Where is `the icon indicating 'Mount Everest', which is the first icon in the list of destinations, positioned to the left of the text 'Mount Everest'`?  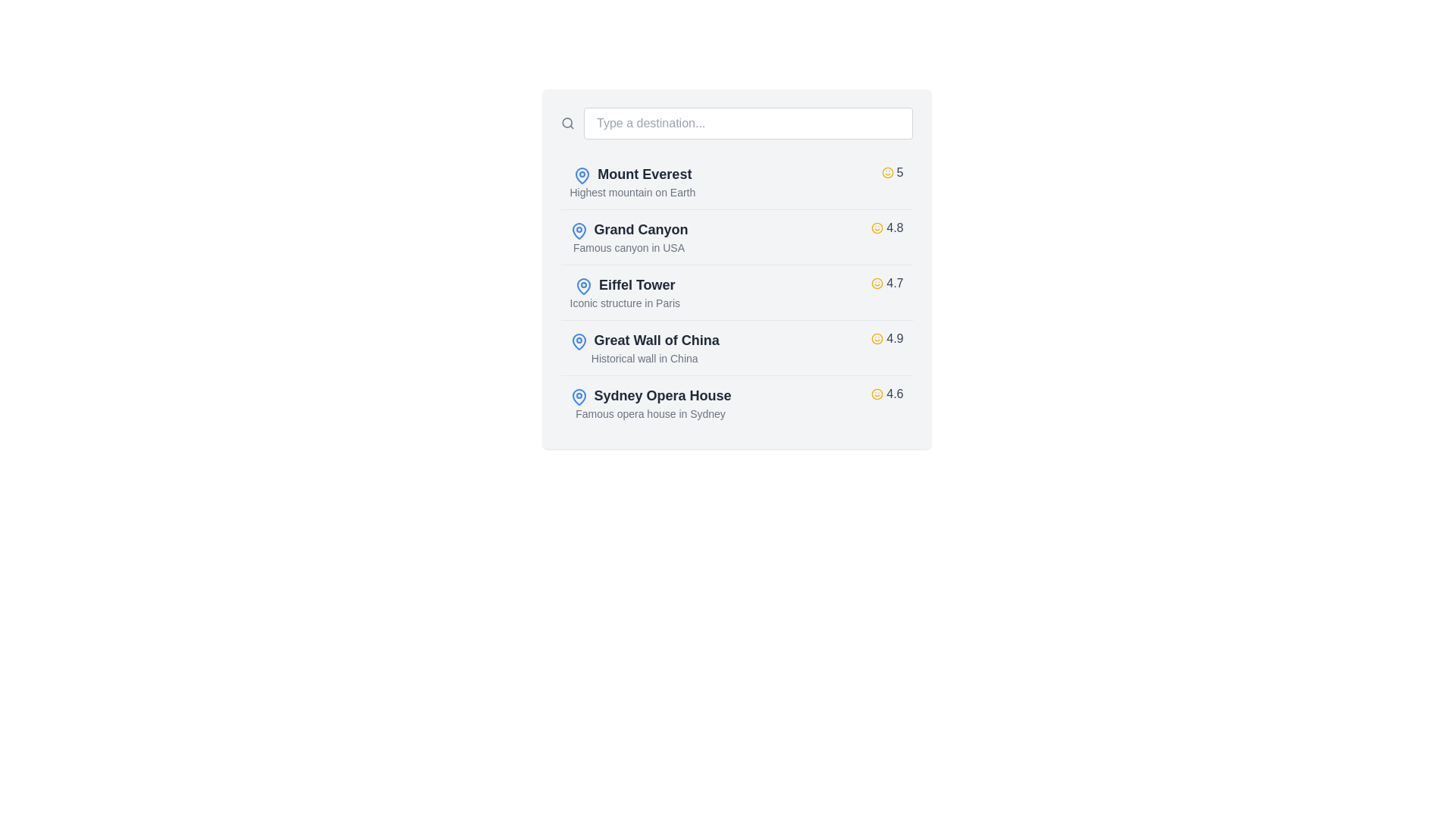 the icon indicating 'Mount Everest', which is the first icon in the list of destinations, positioned to the left of the text 'Mount Everest' is located at coordinates (582, 174).